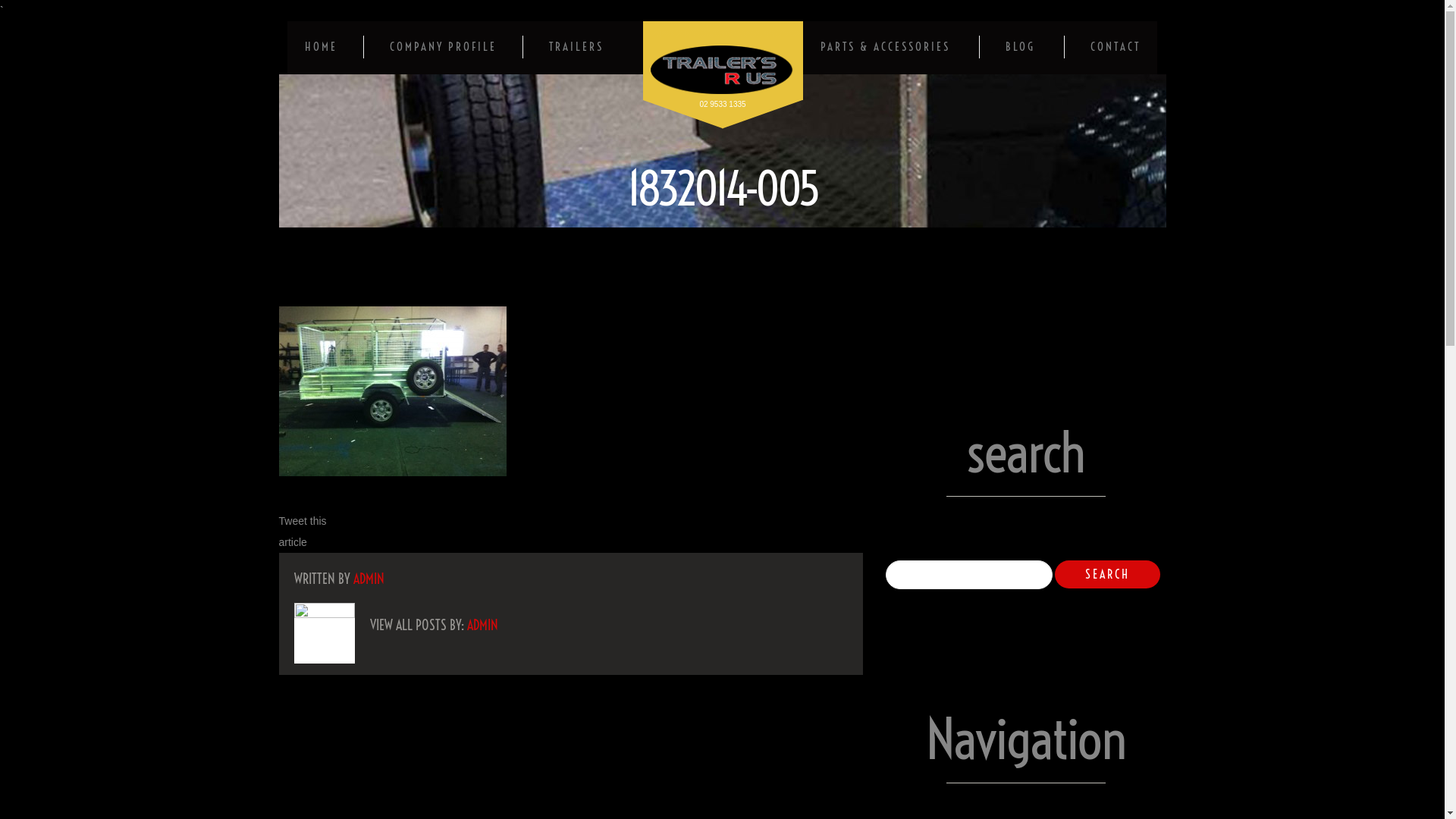 This screenshot has height=819, width=1456. I want to click on 'TRAILERS', so click(575, 45).